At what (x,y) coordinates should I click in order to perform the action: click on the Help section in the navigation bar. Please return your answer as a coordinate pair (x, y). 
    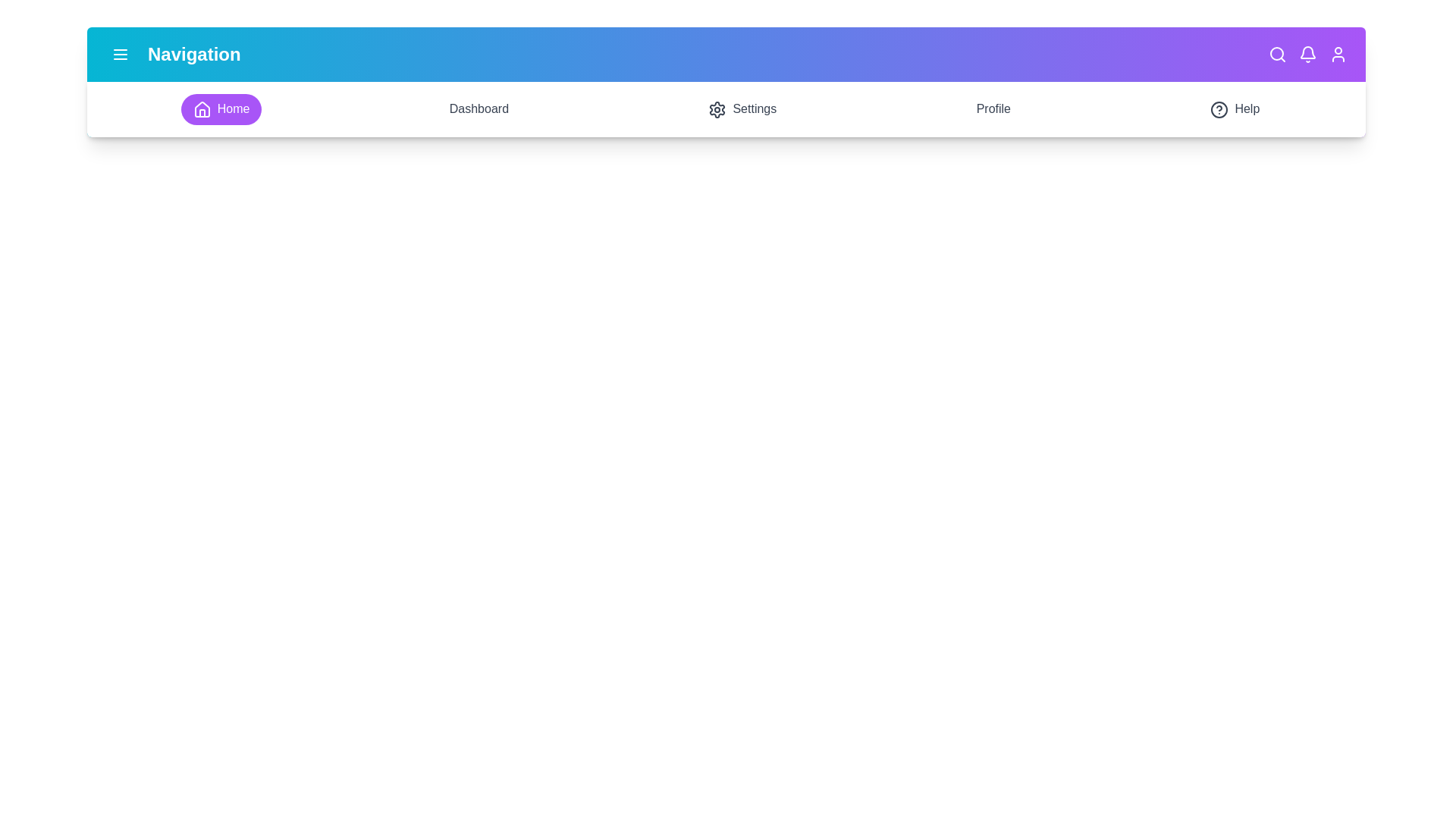
    Looking at the image, I should click on (1235, 108).